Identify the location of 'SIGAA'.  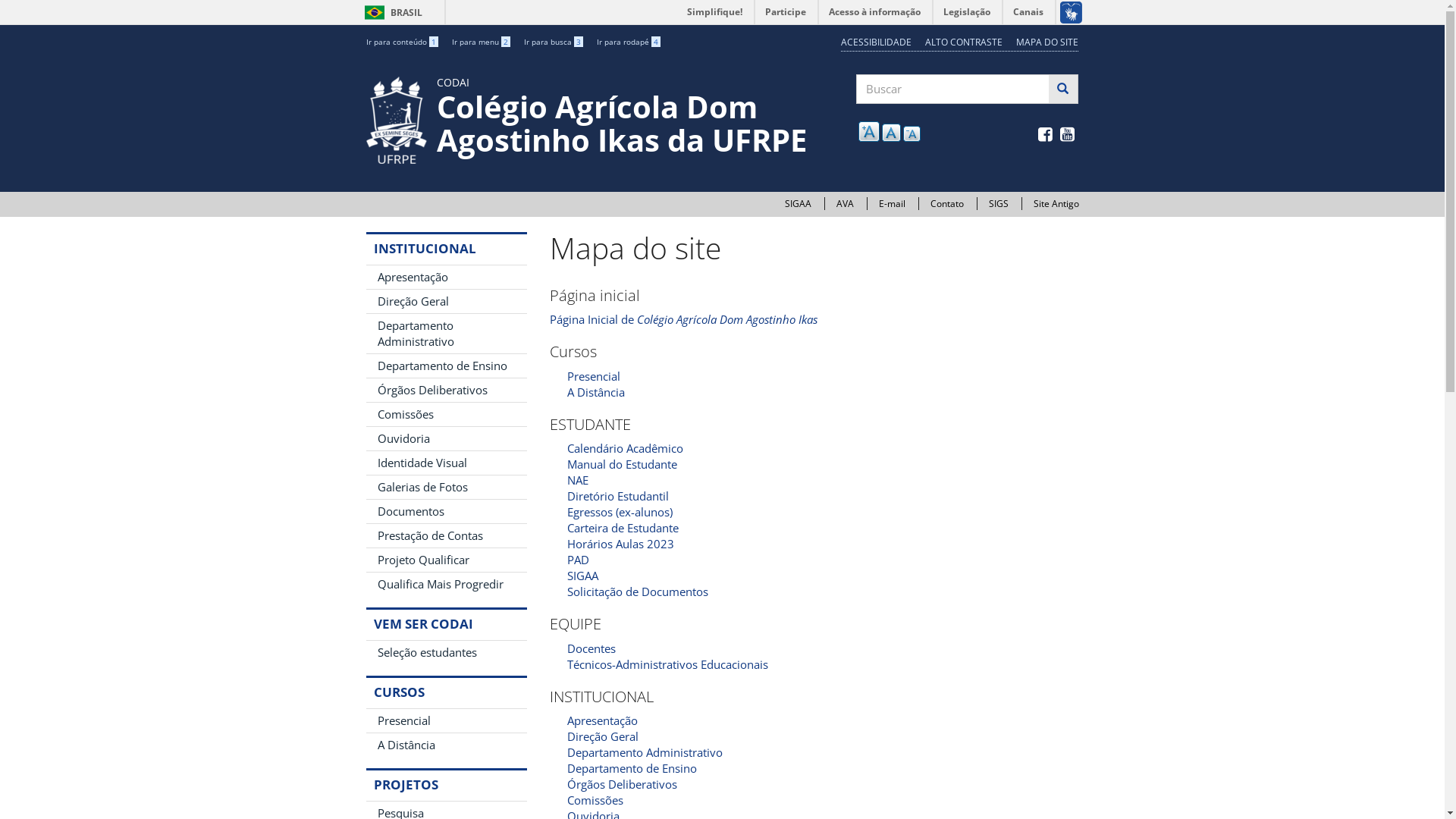
(566, 576).